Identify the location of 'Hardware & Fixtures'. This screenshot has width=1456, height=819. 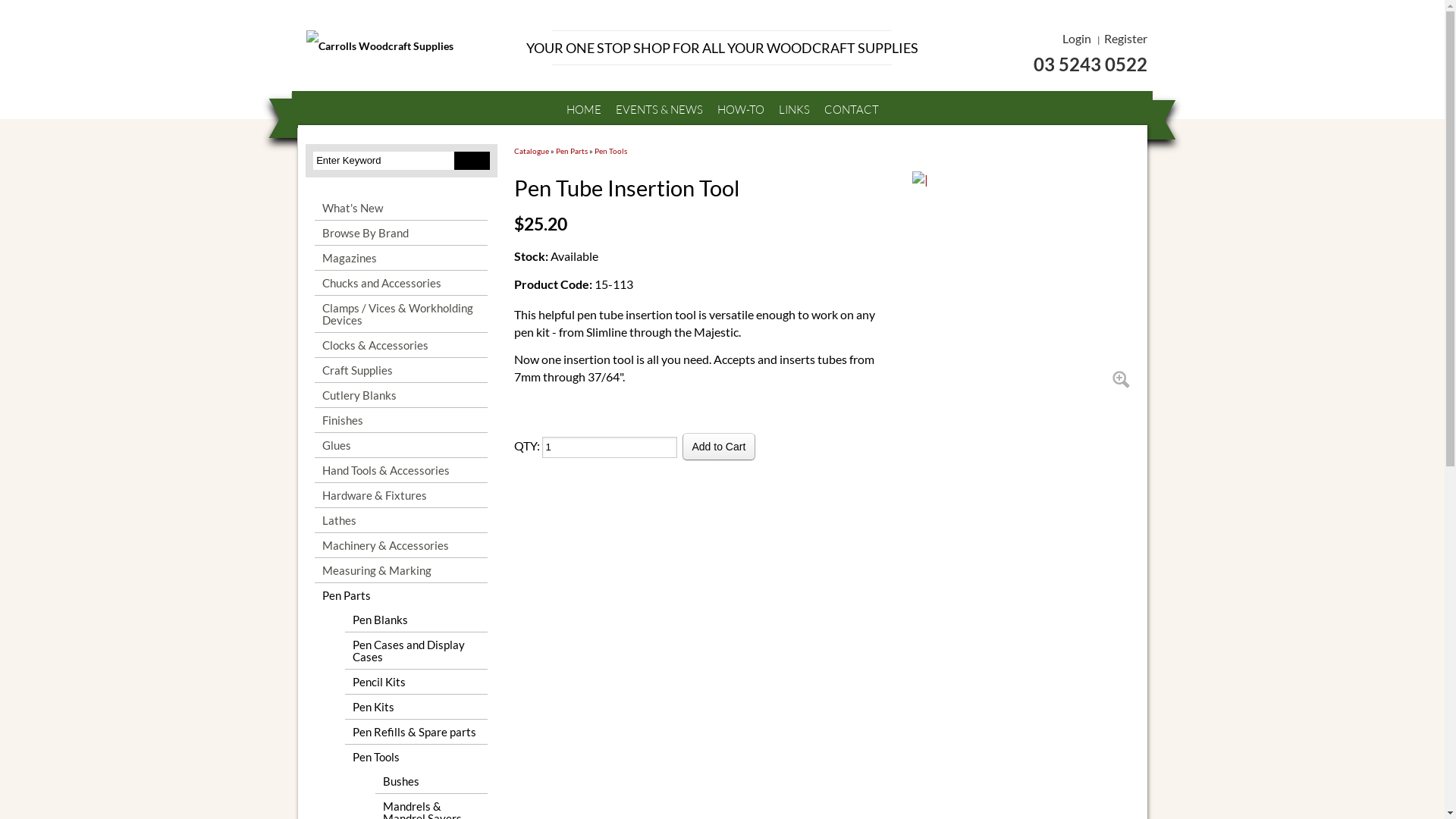
(400, 494).